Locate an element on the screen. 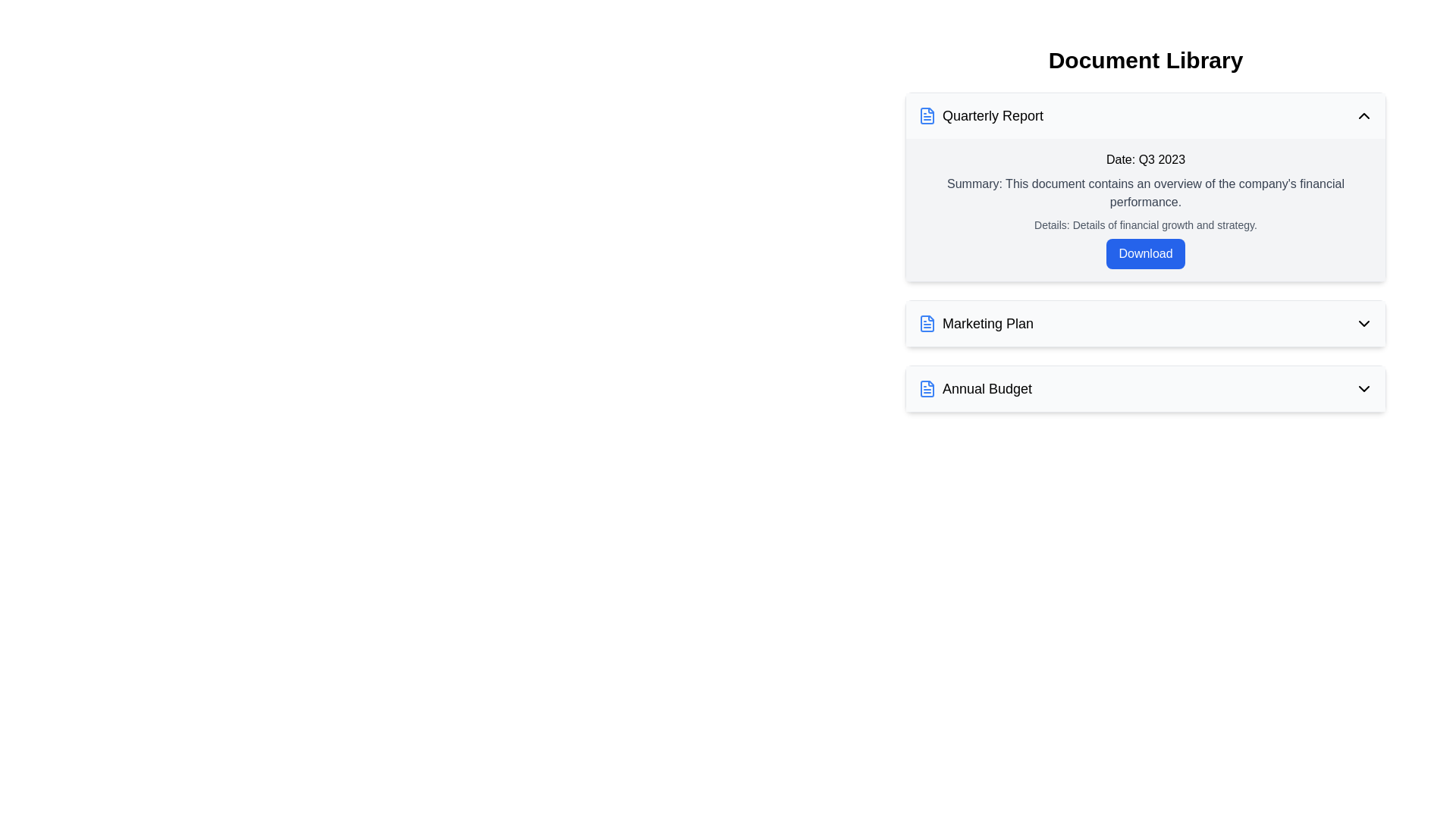  the 'Marketing Plan' expandable section header is located at coordinates (1146, 323).